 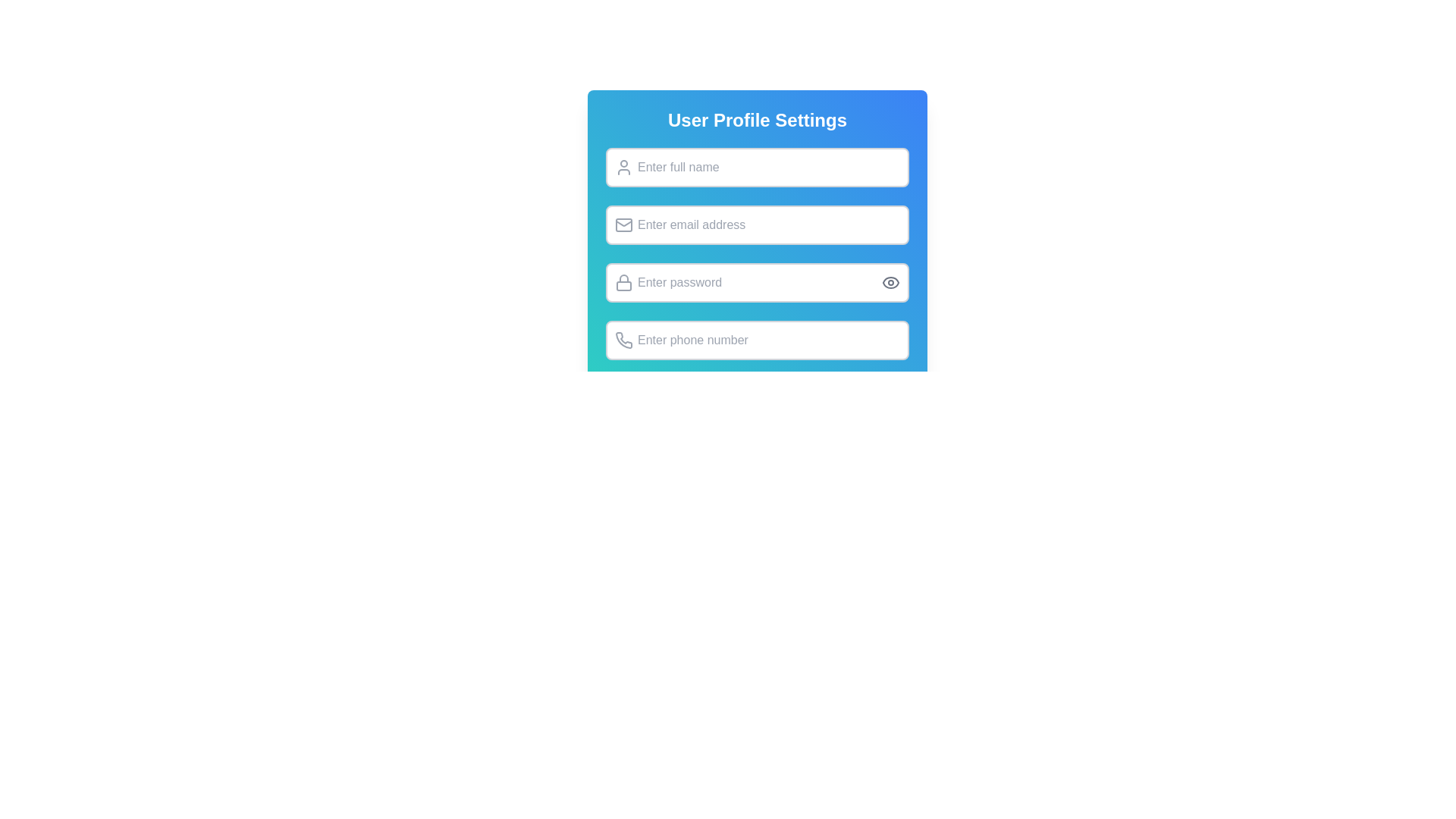 What do you see at coordinates (891, 283) in the screenshot?
I see `the password visibility toggle icon located to the right side of the password input field to switch between obscured and revealed text` at bounding box center [891, 283].